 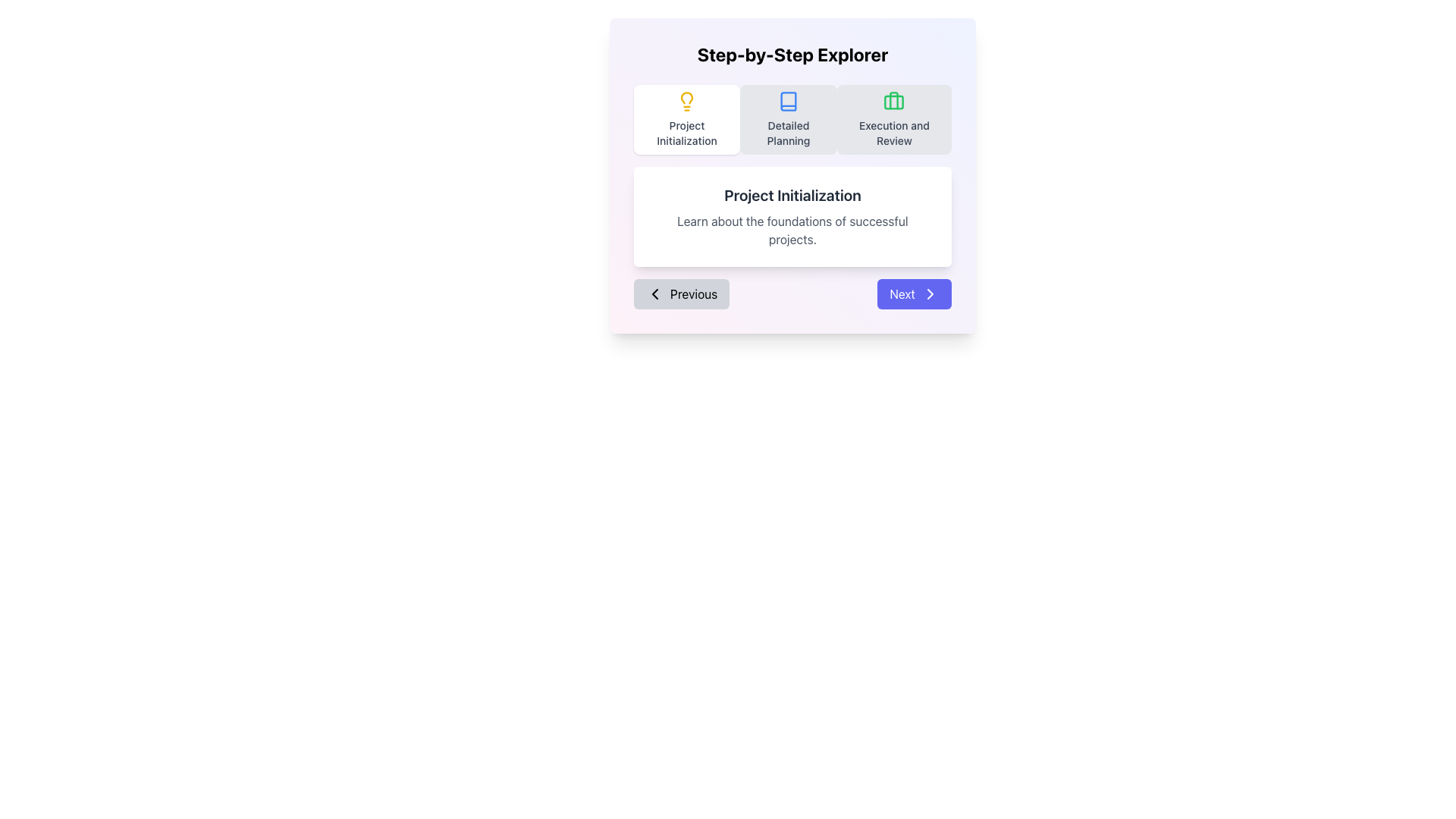 I want to click on the navigation button located at the bottom left of the panel, which is used to move to the previous step in a sequence, so click(x=681, y=294).